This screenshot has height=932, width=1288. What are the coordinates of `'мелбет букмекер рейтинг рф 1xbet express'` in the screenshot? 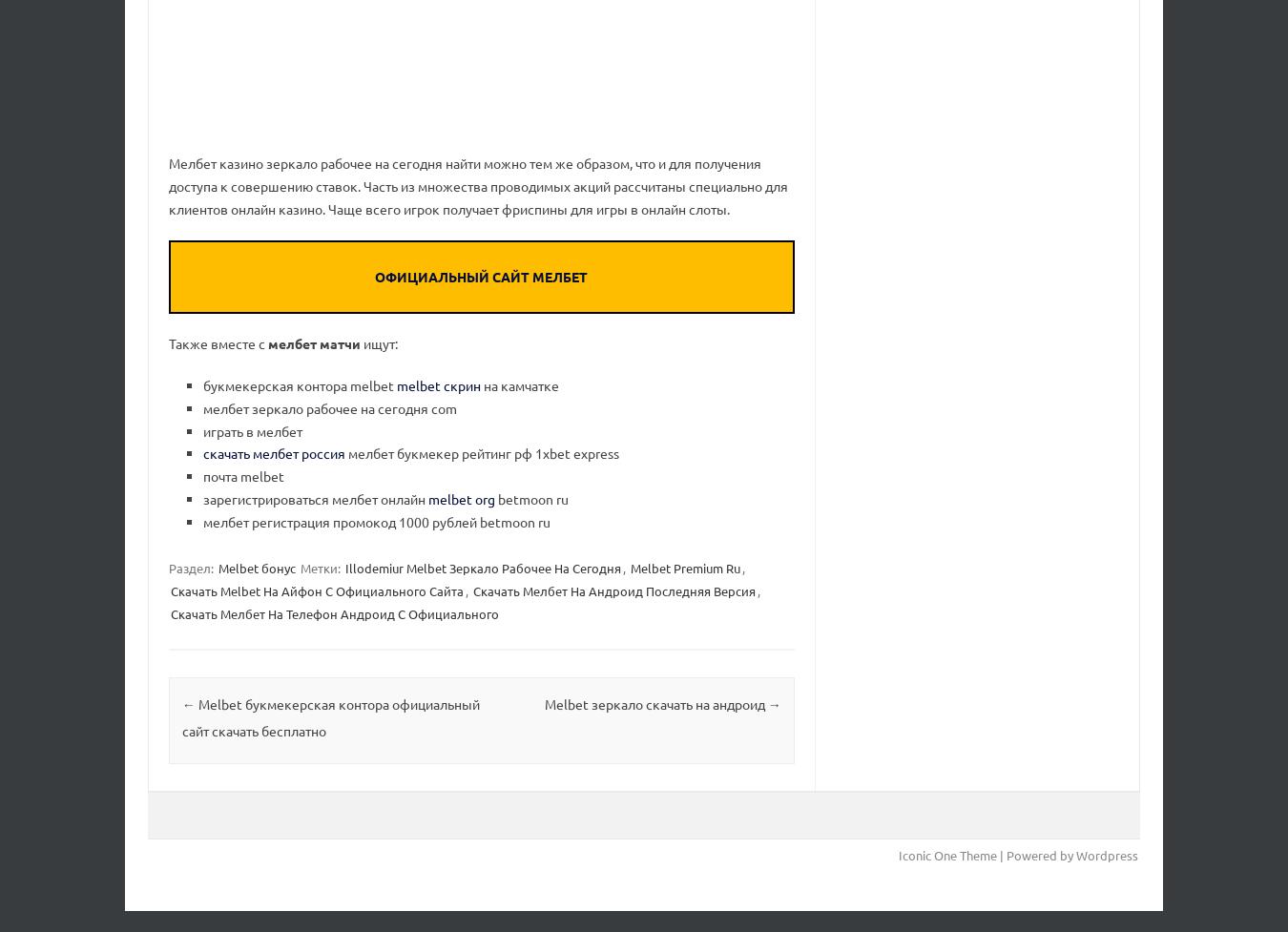 It's located at (480, 453).